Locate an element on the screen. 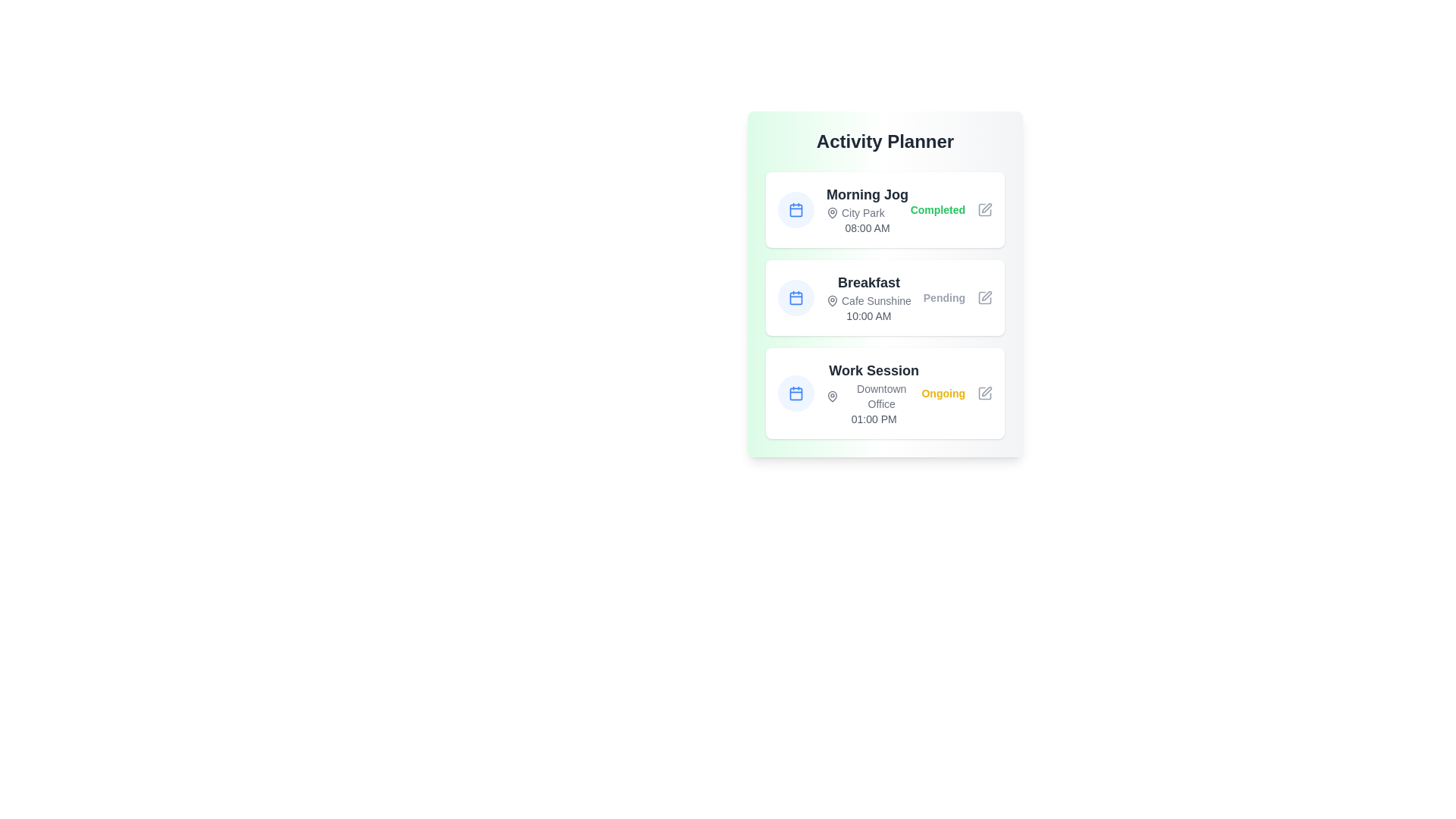 This screenshot has width=1456, height=819. text content of the Static Text Display that provides details about the scheduled activity, positioned as the third item in the 'Activity Planner' section is located at coordinates (874, 393).